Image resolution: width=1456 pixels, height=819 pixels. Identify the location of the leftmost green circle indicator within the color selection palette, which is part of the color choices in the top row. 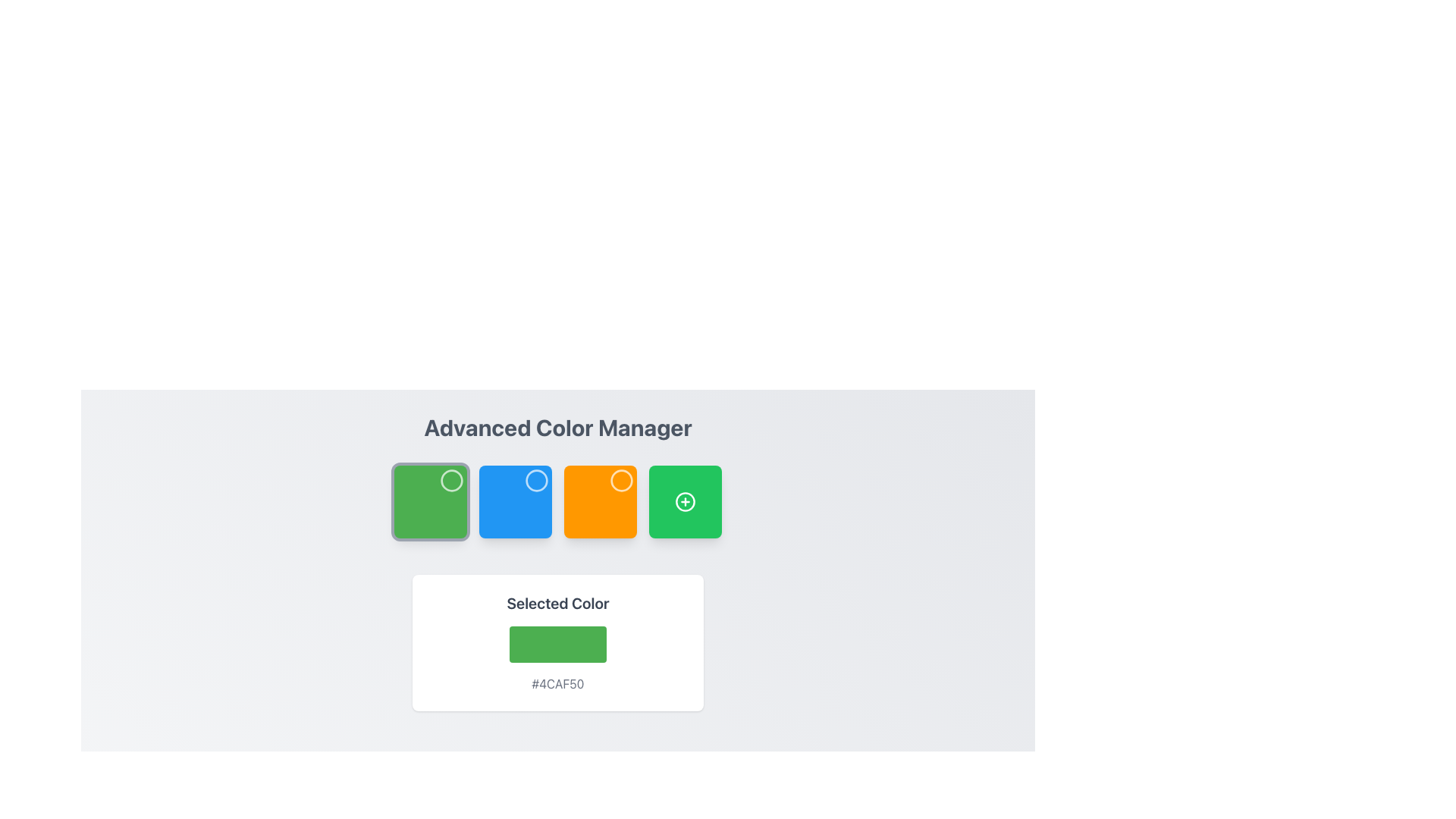
(450, 480).